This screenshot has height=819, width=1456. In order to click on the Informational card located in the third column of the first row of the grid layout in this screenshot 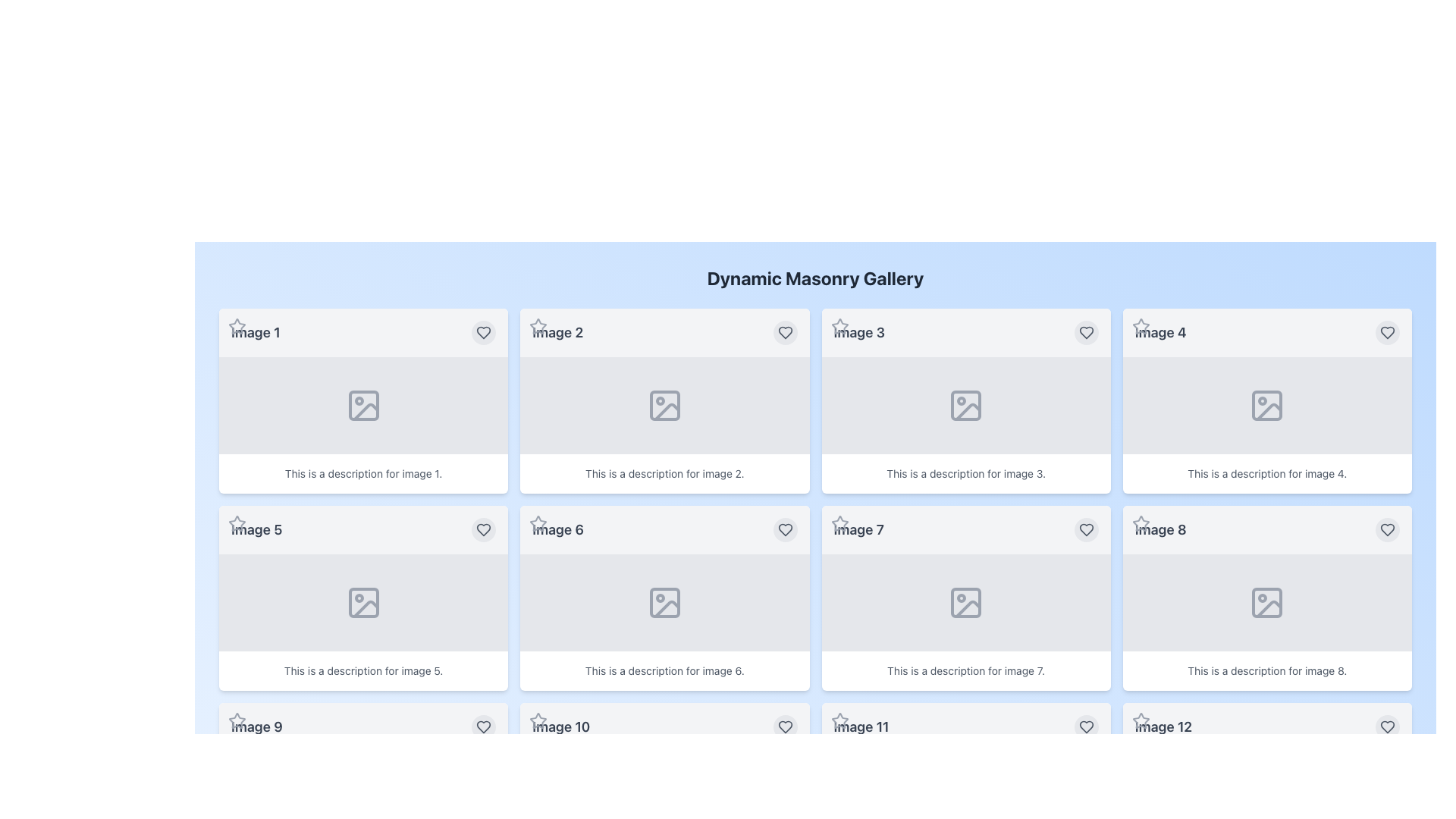, I will do `click(965, 400)`.